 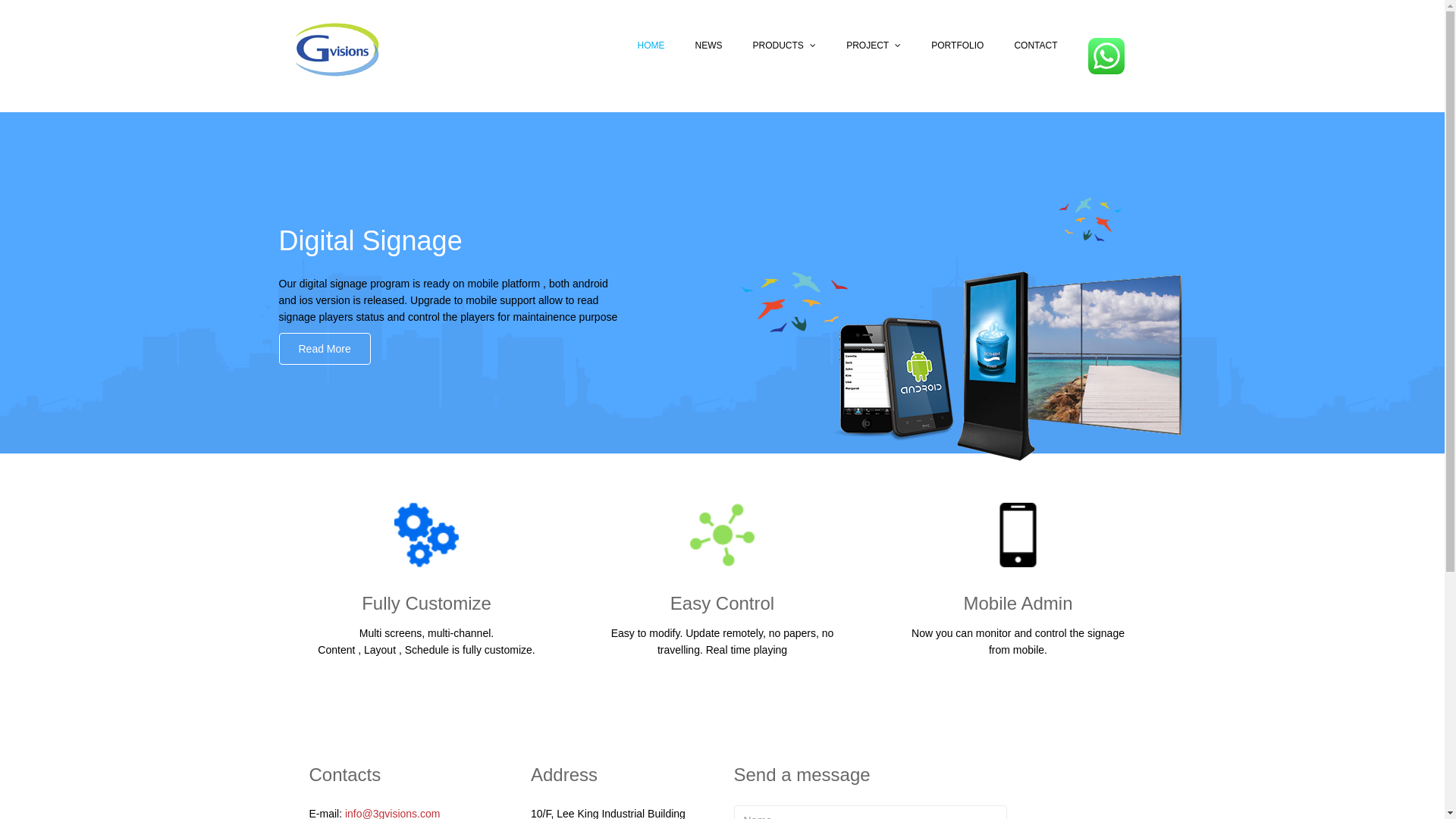 I want to click on 'Read More', so click(x=324, y=348).